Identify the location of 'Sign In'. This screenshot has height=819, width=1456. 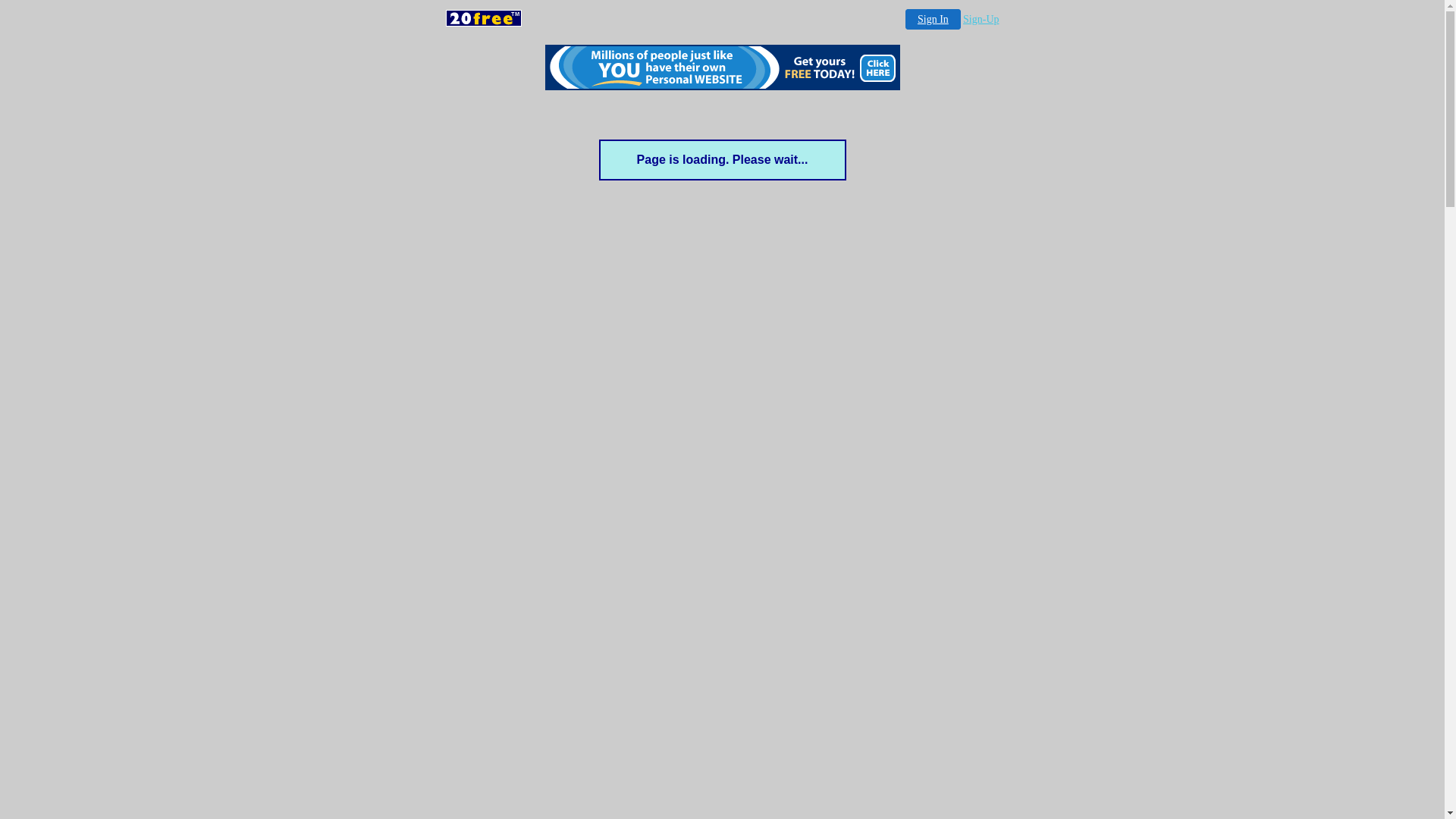
(905, 19).